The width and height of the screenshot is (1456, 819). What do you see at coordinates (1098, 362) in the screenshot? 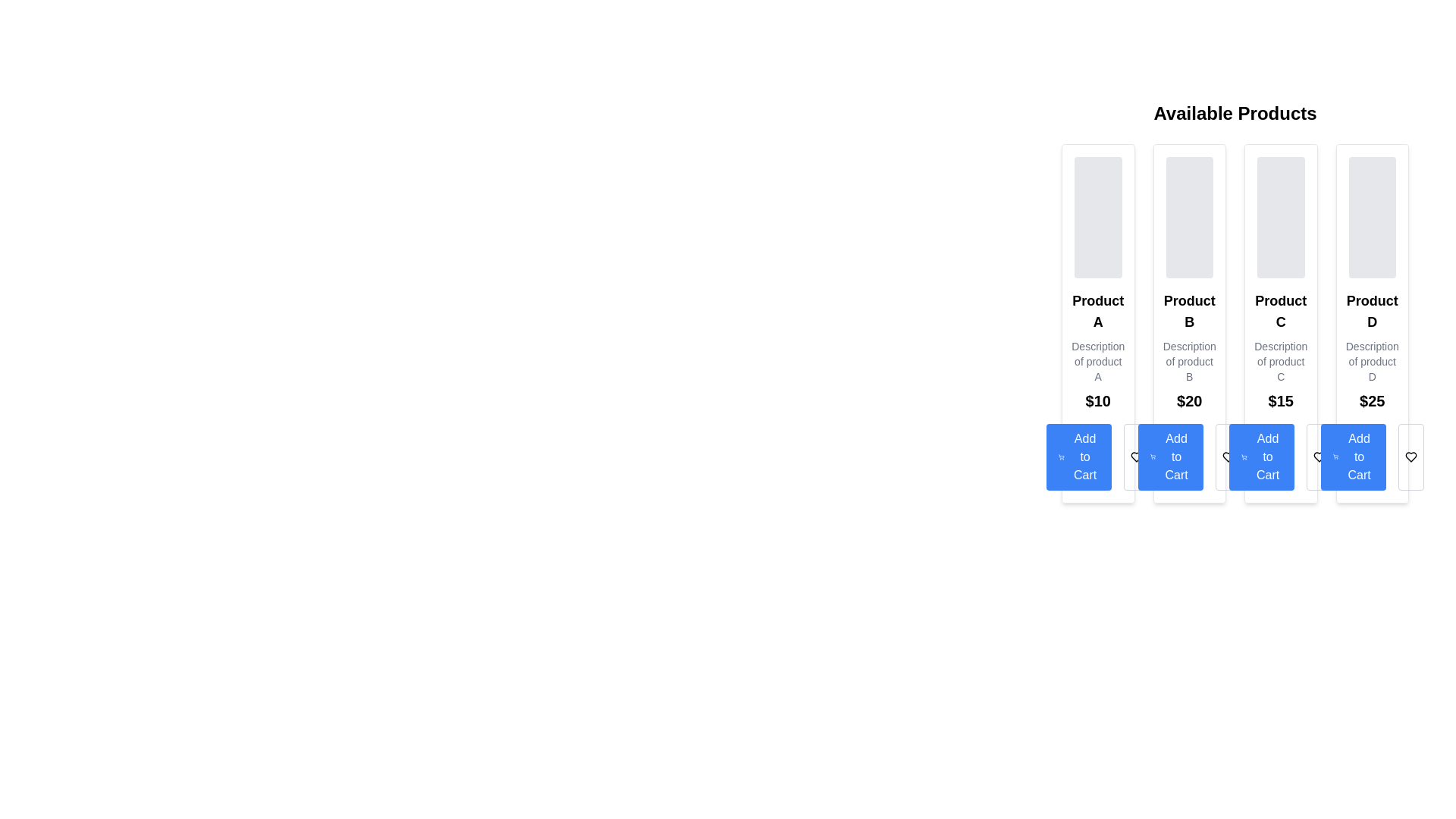
I see `the text element providing a brief description about 'Product A', located below the header and above the price '$10' in the product card layout` at bounding box center [1098, 362].